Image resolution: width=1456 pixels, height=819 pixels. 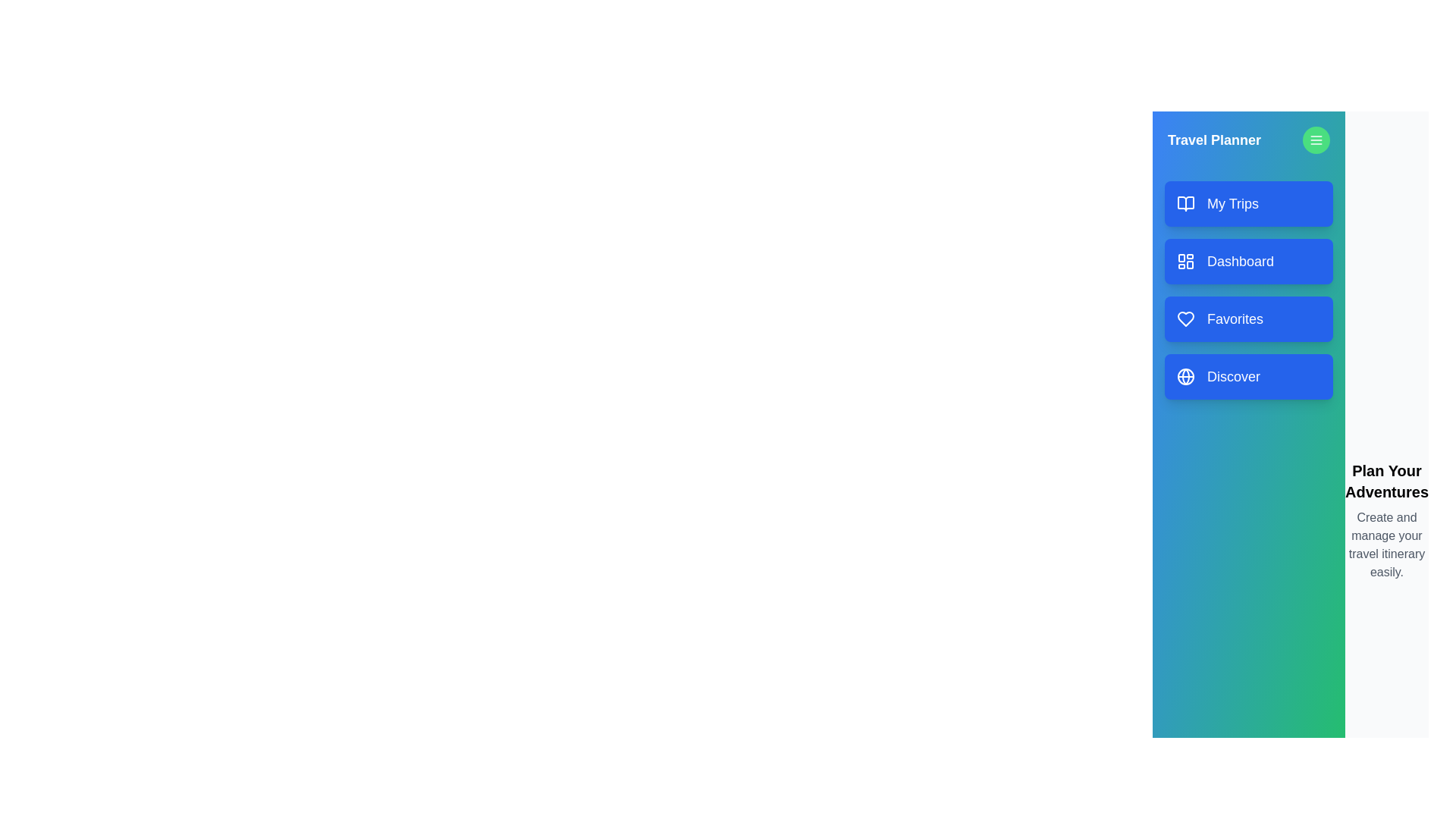 I want to click on the menu item Favorites to navigate, so click(x=1248, y=318).